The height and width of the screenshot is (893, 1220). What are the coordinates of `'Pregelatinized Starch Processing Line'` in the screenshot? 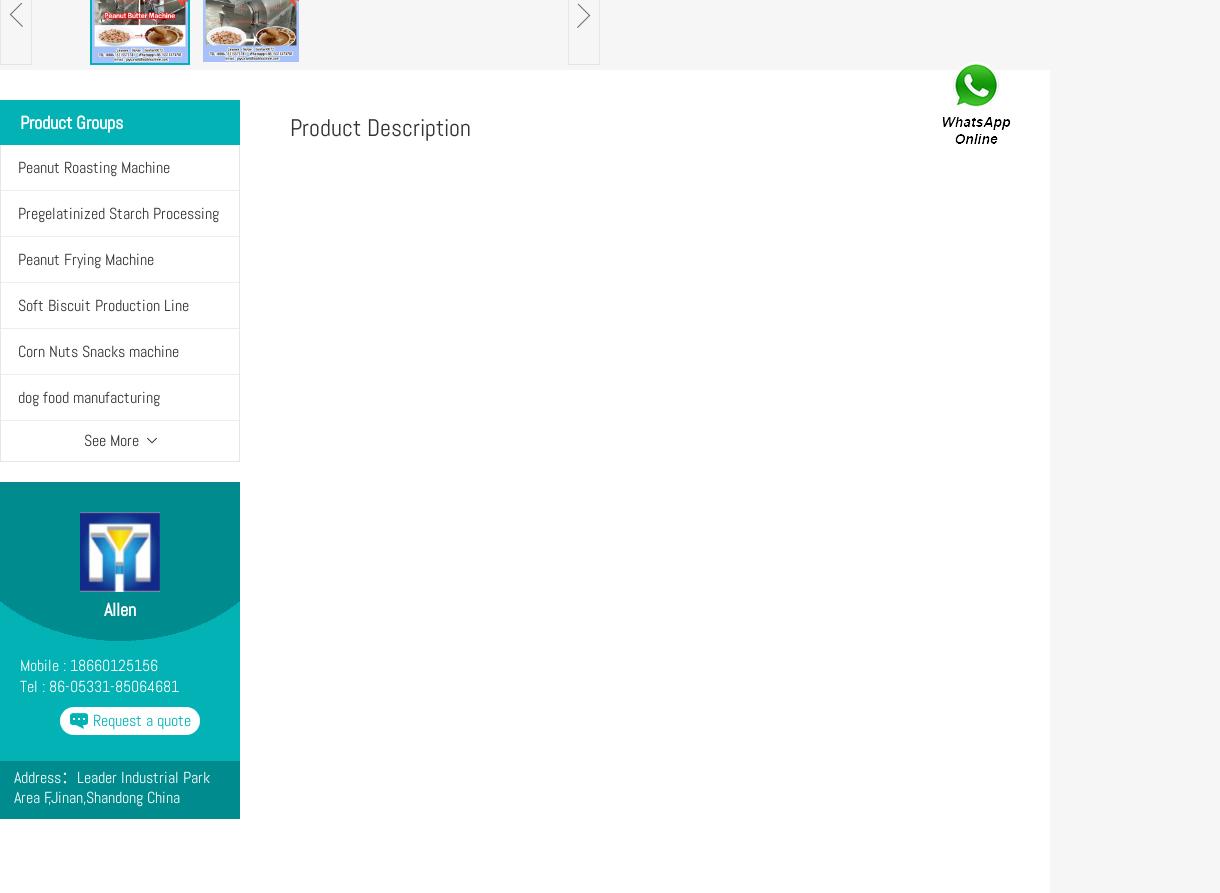 It's located at (118, 235).